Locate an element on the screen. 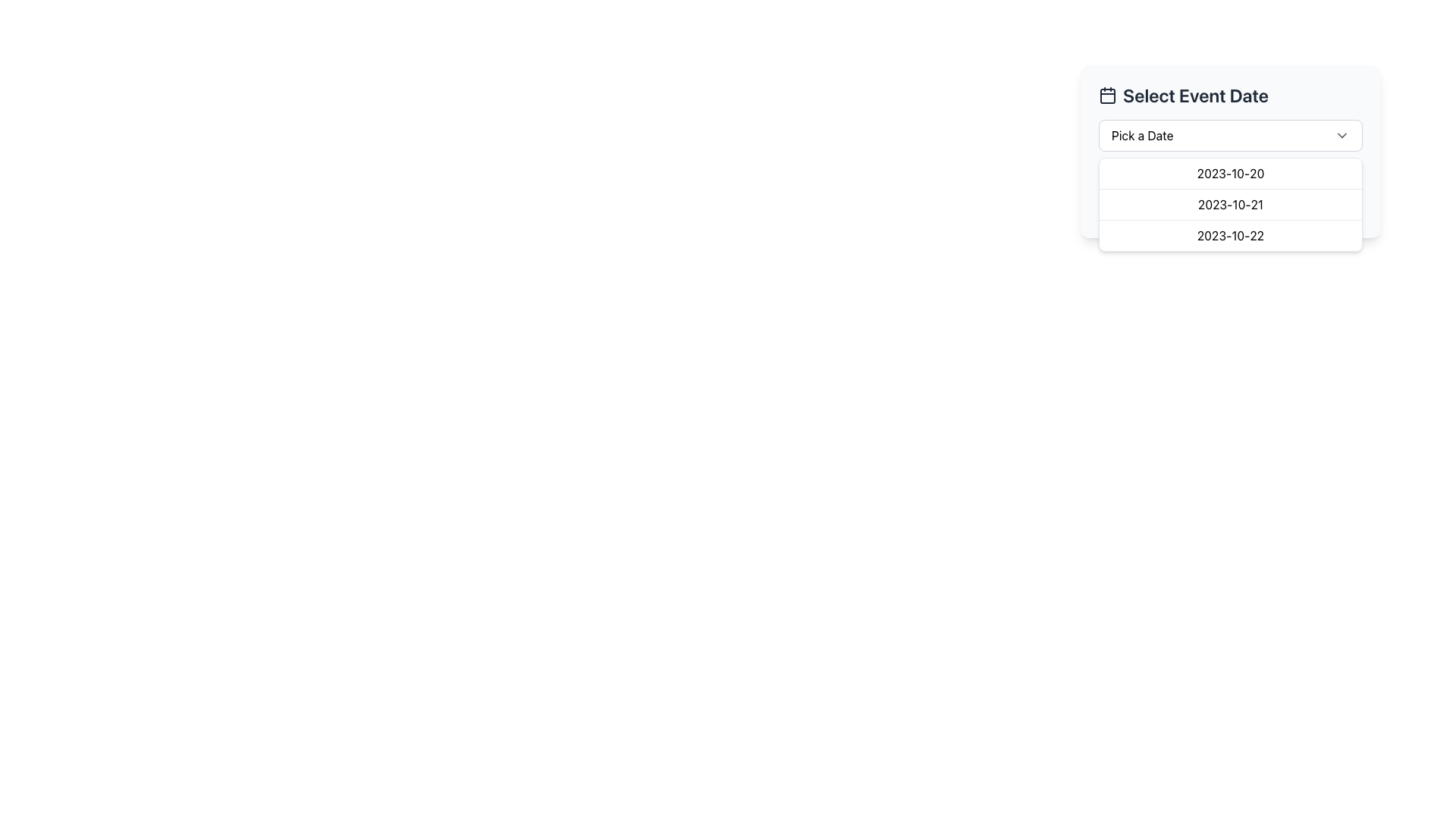 This screenshot has height=819, width=1456. the first option in the dropdown menu labeled 'Select Event Date' is located at coordinates (1230, 172).